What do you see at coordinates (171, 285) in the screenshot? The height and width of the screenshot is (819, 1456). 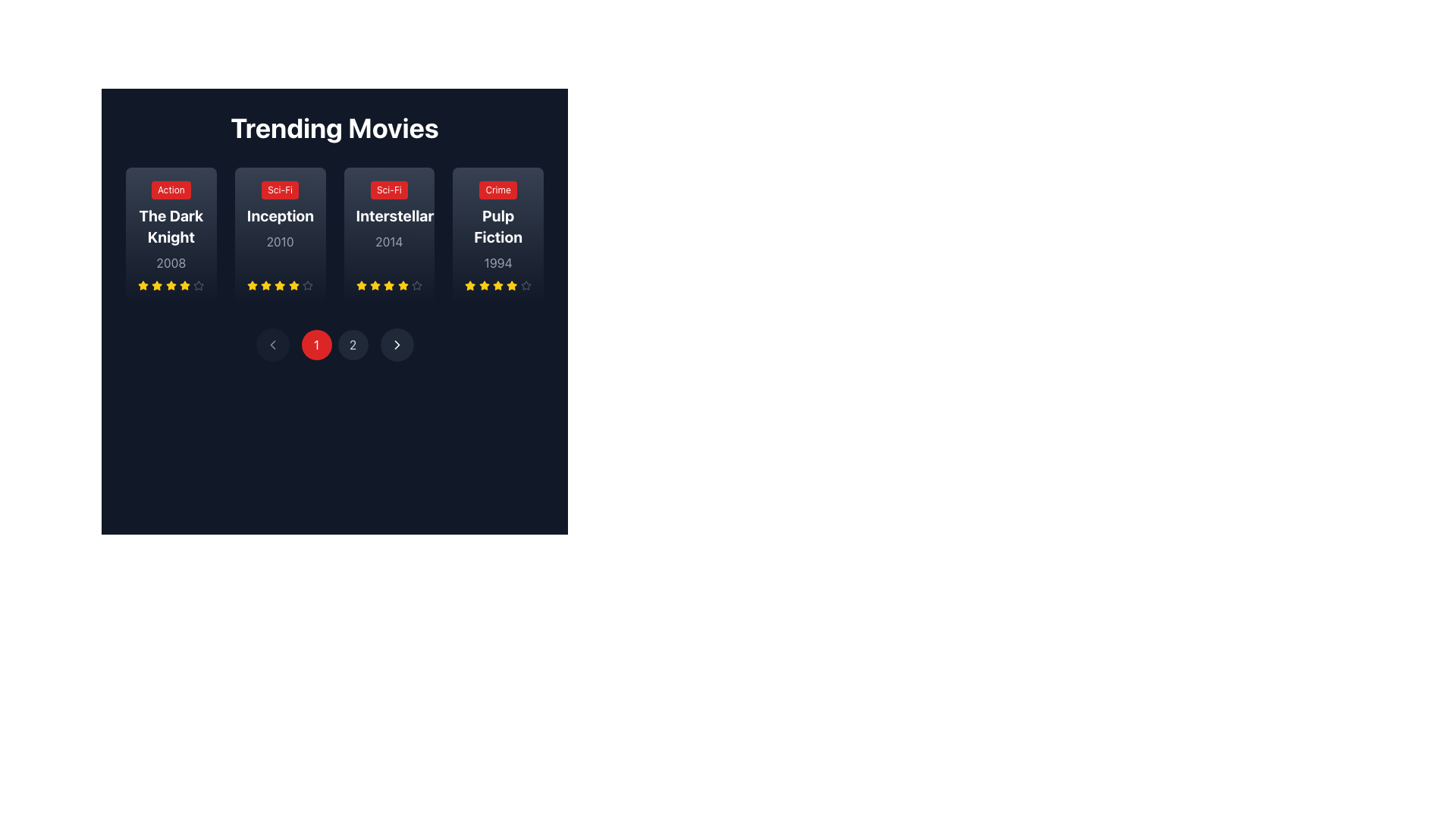 I see `the fourth yellow star icon in the rating component displayed under 'The Dark Knight' (2008)` at bounding box center [171, 285].